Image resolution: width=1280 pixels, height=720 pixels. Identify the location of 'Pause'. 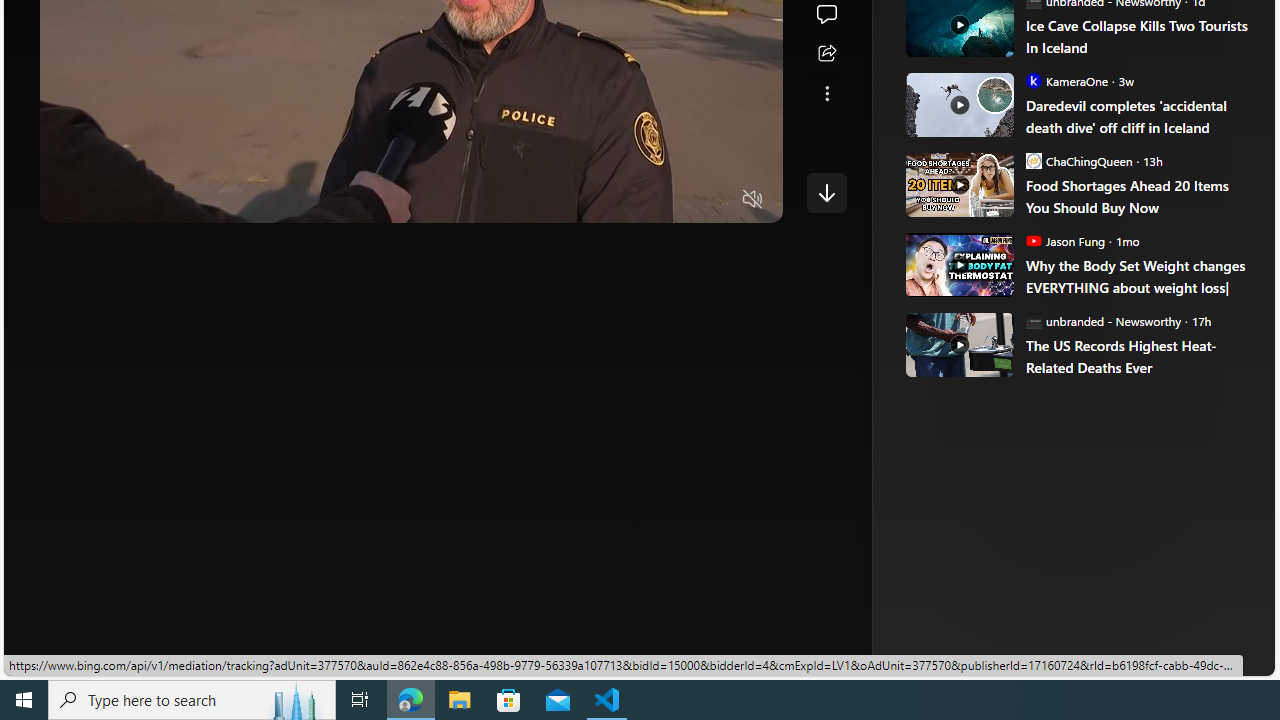
(69, 200).